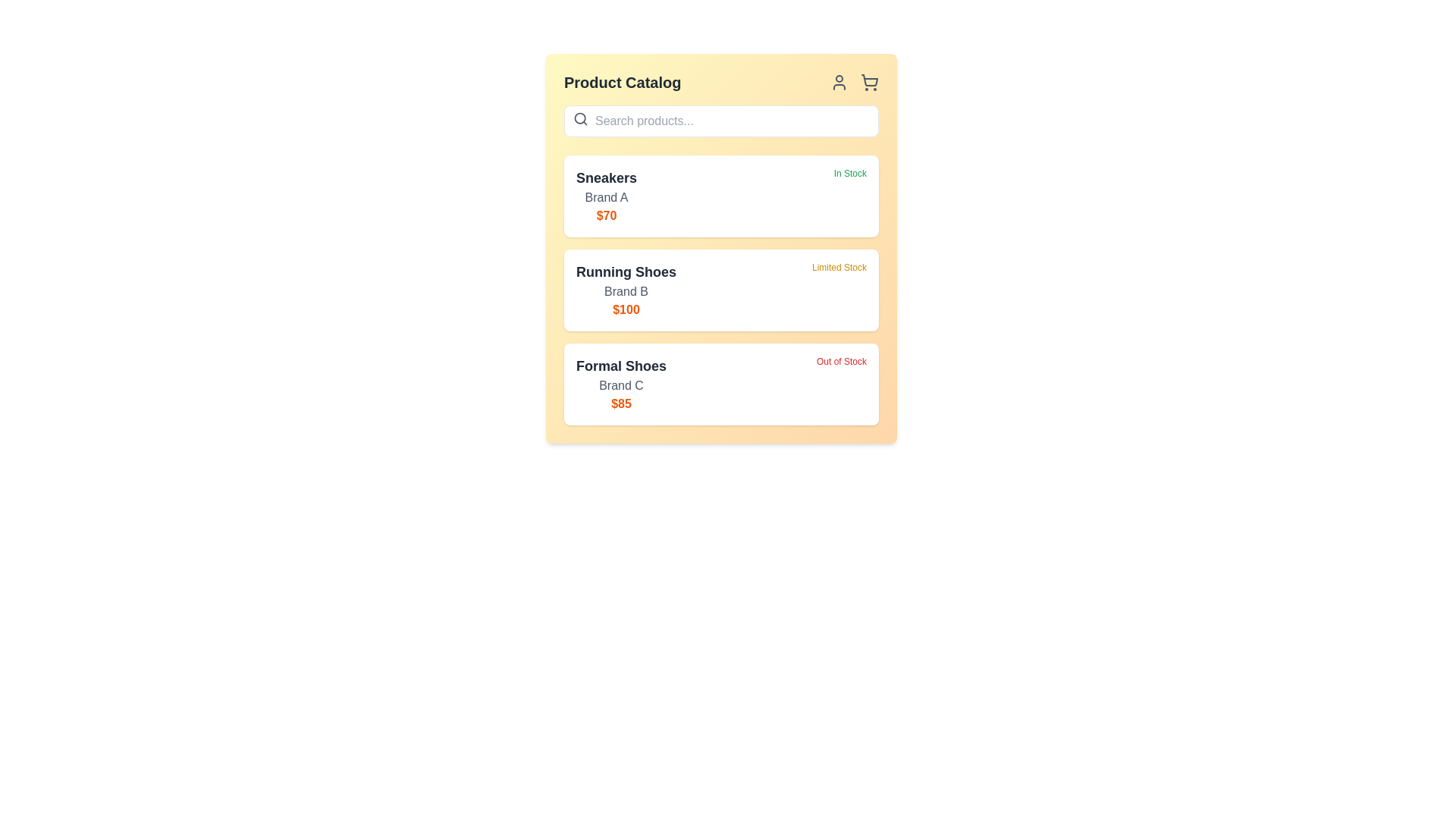 The width and height of the screenshot is (1456, 819). I want to click on the circular shape located at the top-left corner of the search bar, which is part of the search magnifying glass icon, so click(579, 118).